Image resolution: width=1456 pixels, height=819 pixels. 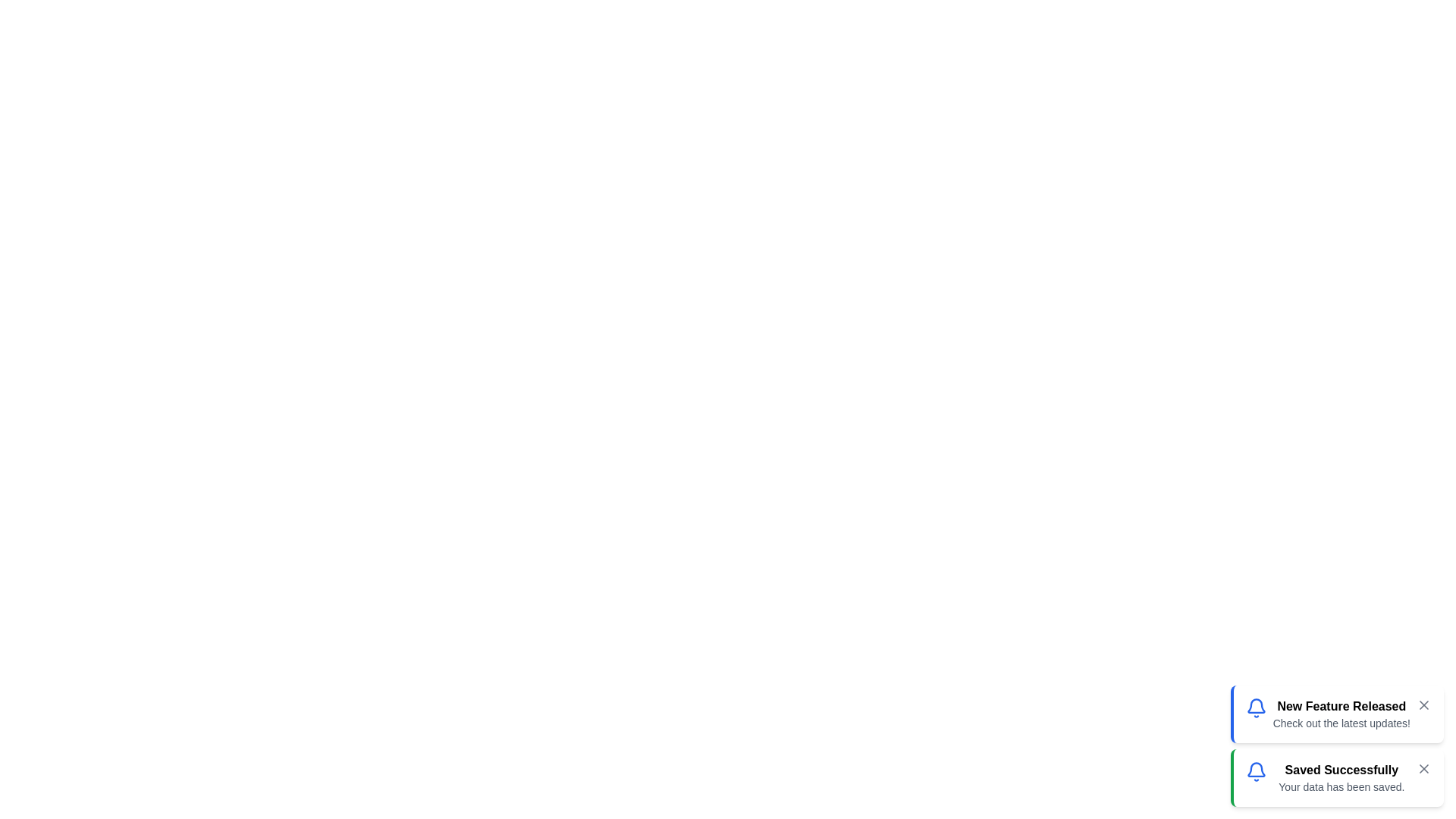 I want to click on the static text label displaying 'Saved Successfully' which is positioned in the notification box at the bottom-right area of the interface, so click(x=1341, y=770).